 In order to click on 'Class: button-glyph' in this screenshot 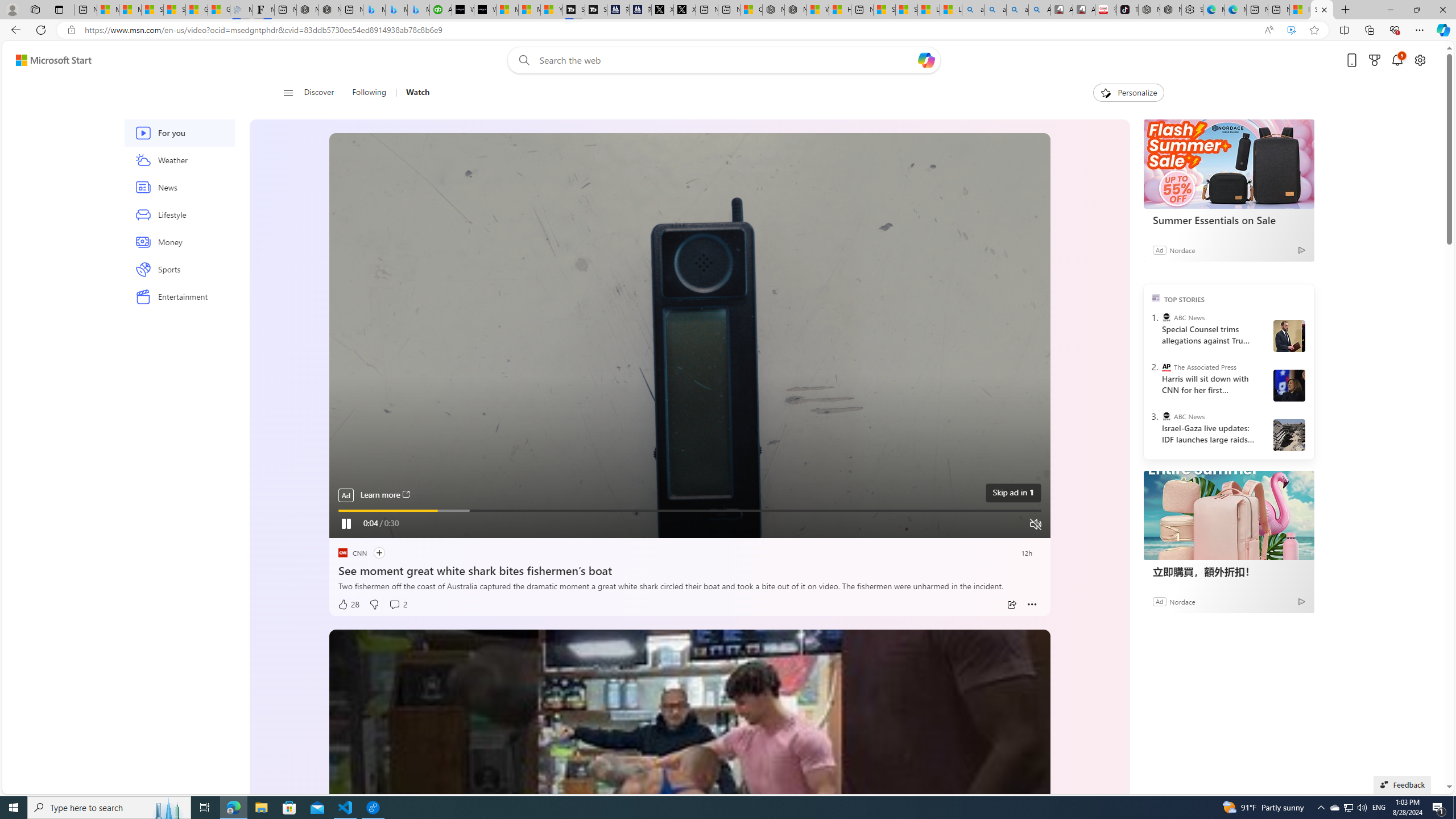, I will do `click(287, 92)`.